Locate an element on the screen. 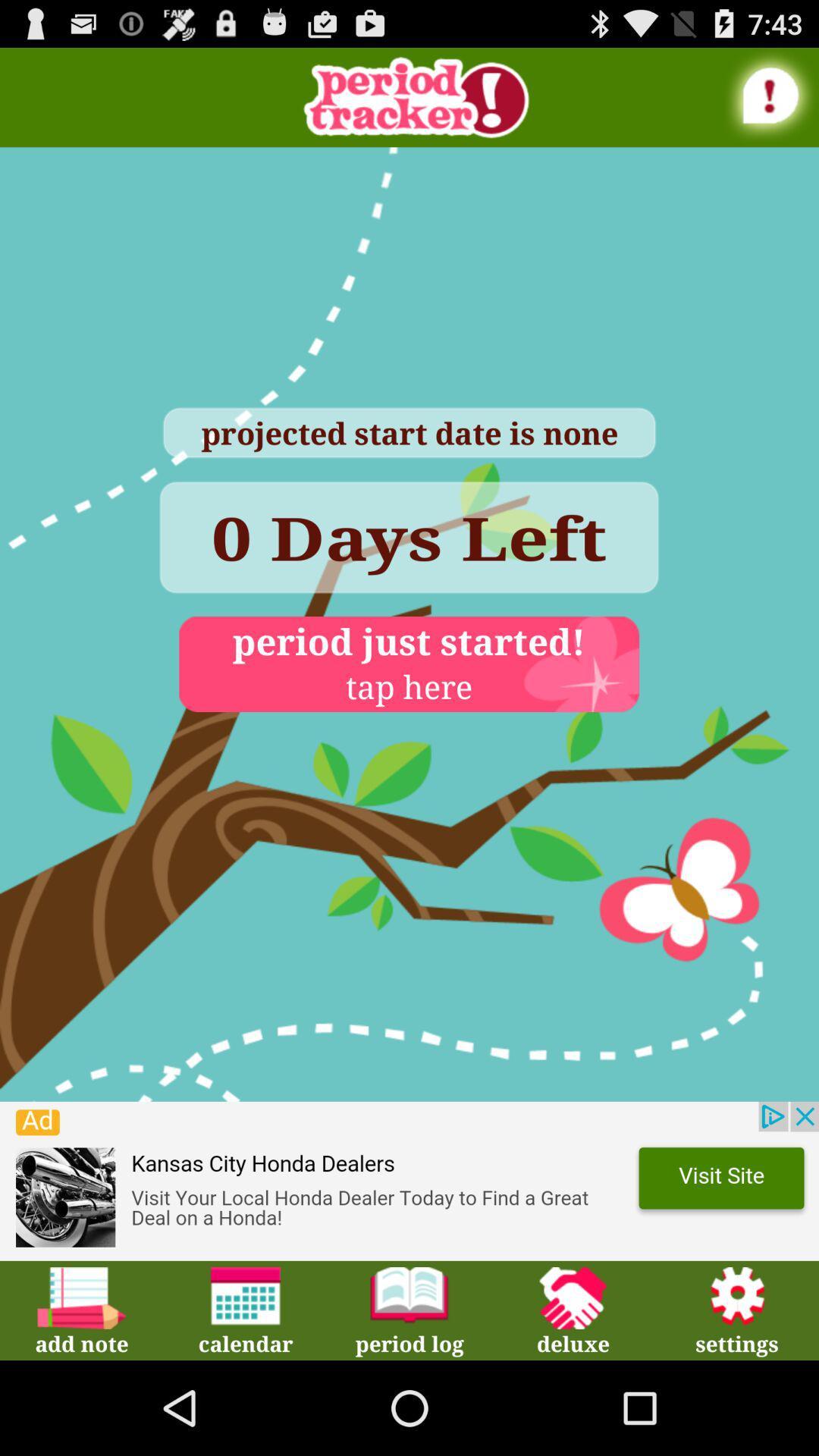 The image size is (819, 1456). information is located at coordinates (771, 94).